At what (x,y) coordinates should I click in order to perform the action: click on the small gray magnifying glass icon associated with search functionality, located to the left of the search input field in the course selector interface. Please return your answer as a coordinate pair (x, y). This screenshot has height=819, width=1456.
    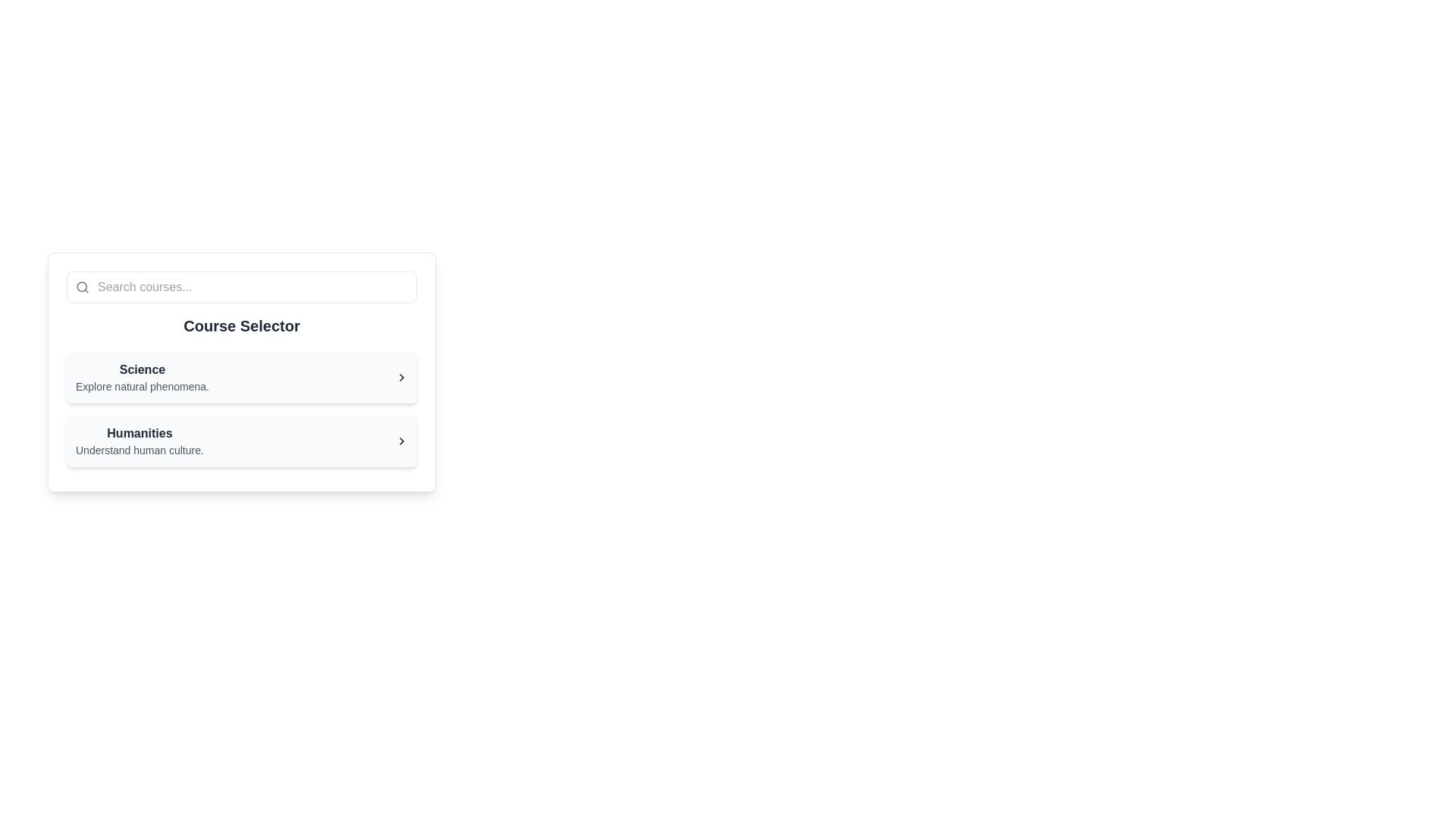
    Looking at the image, I should click on (82, 287).